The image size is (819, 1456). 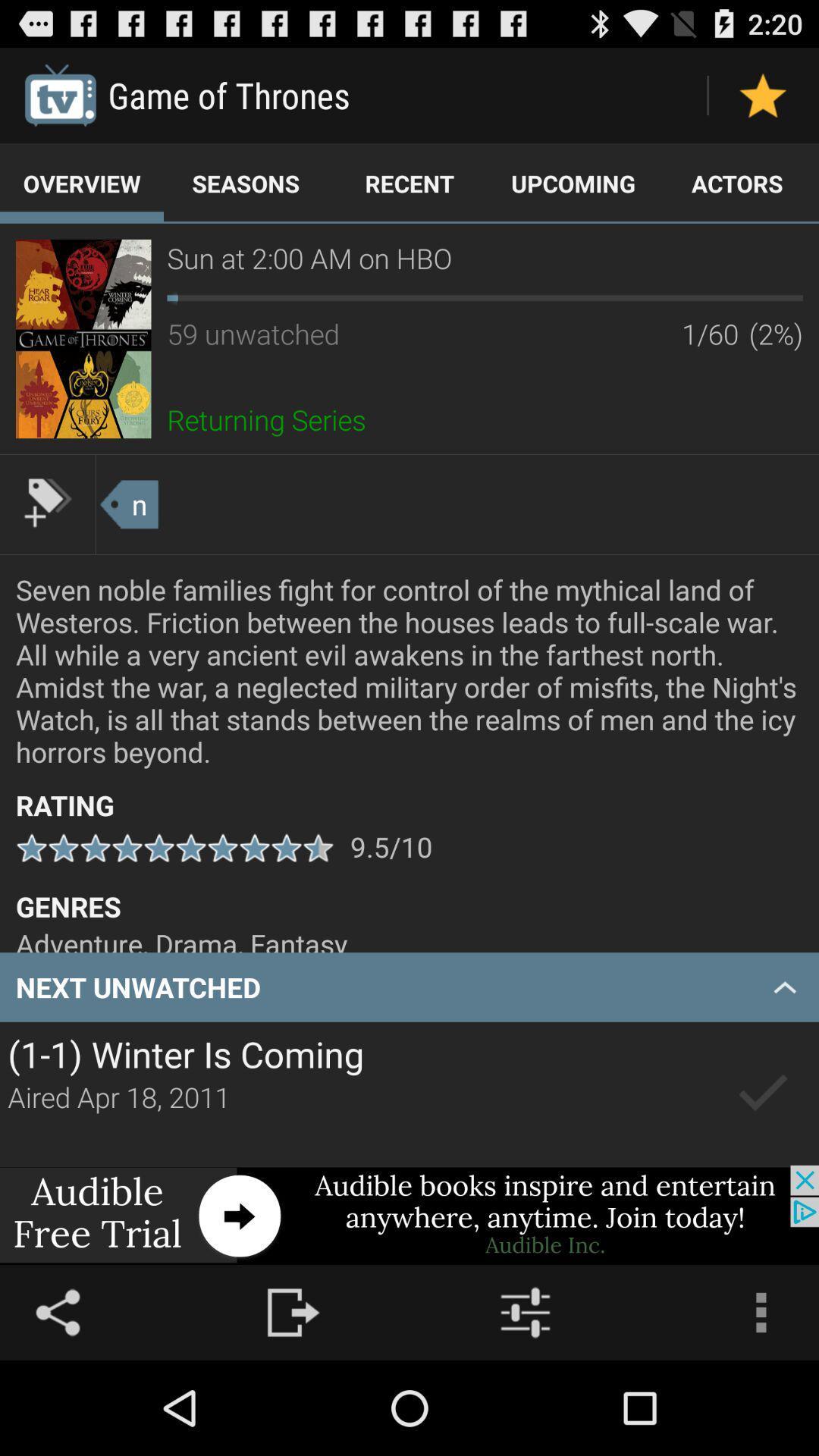 I want to click on to favorites, so click(x=763, y=94).